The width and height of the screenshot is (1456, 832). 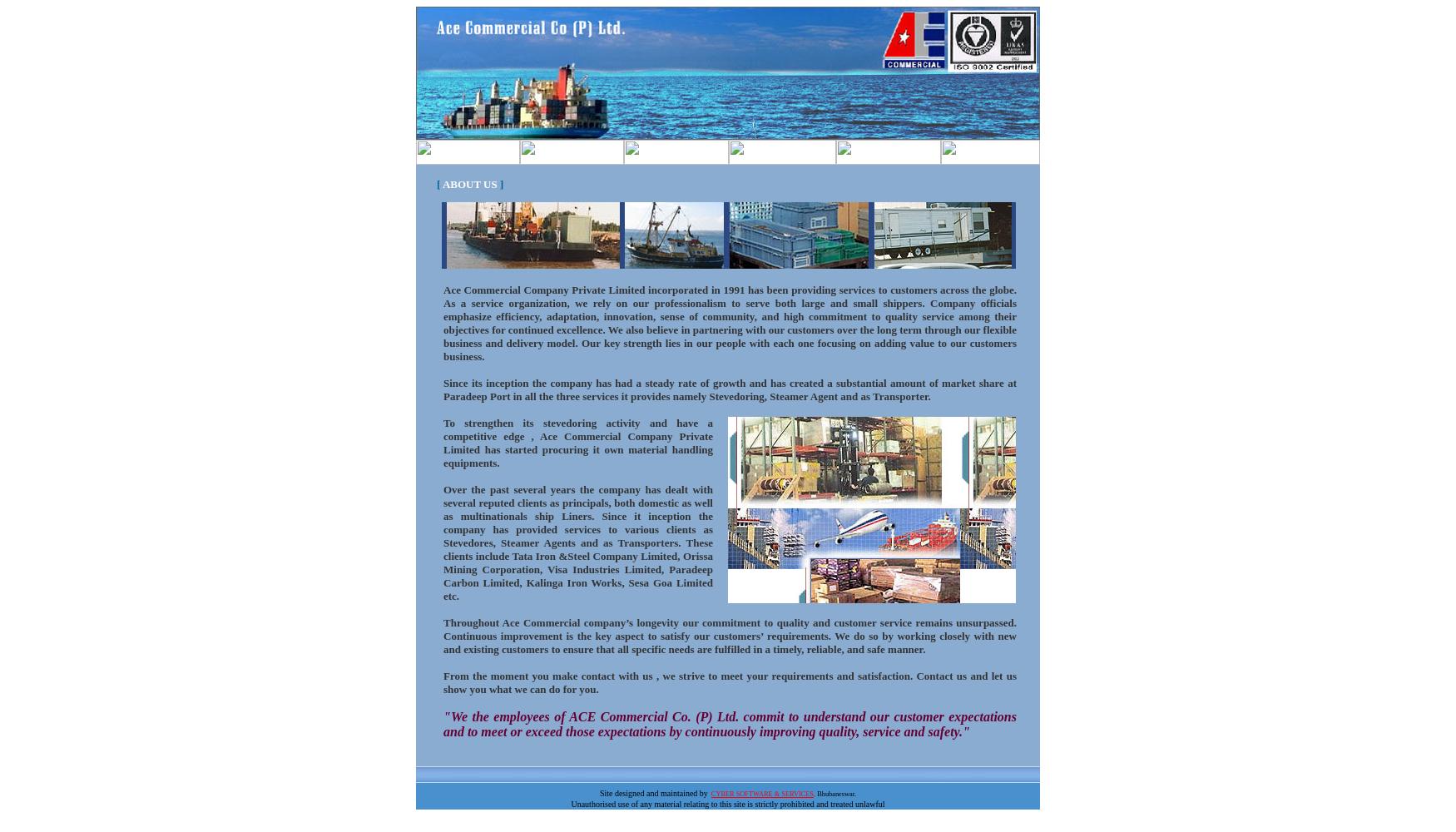 What do you see at coordinates (835, 792) in the screenshot?
I see `'Bhubaneswar.'` at bounding box center [835, 792].